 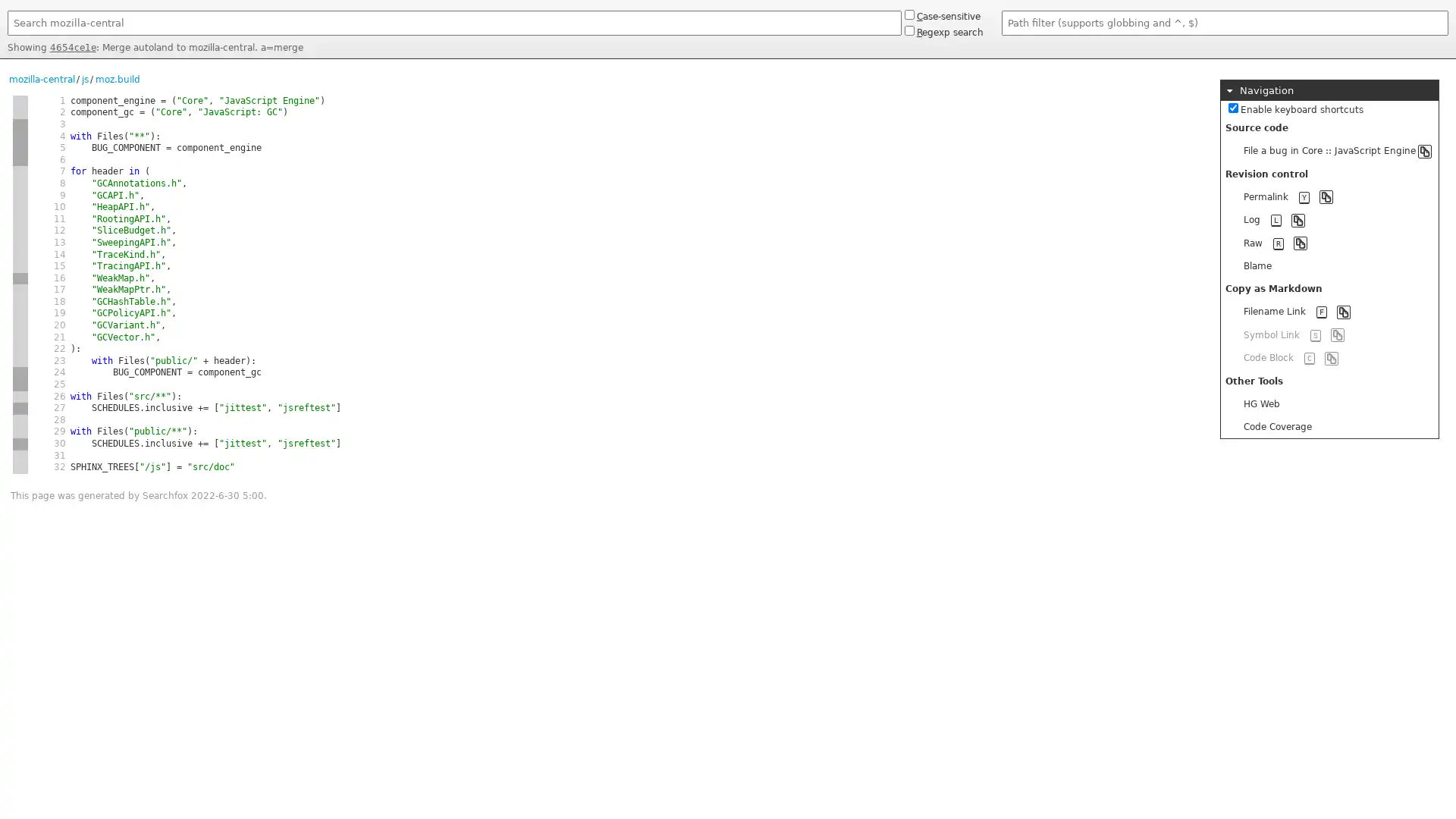 What do you see at coordinates (1298, 219) in the screenshot?
I see `Copy to clipboard` at bounding box center [1298, 219].